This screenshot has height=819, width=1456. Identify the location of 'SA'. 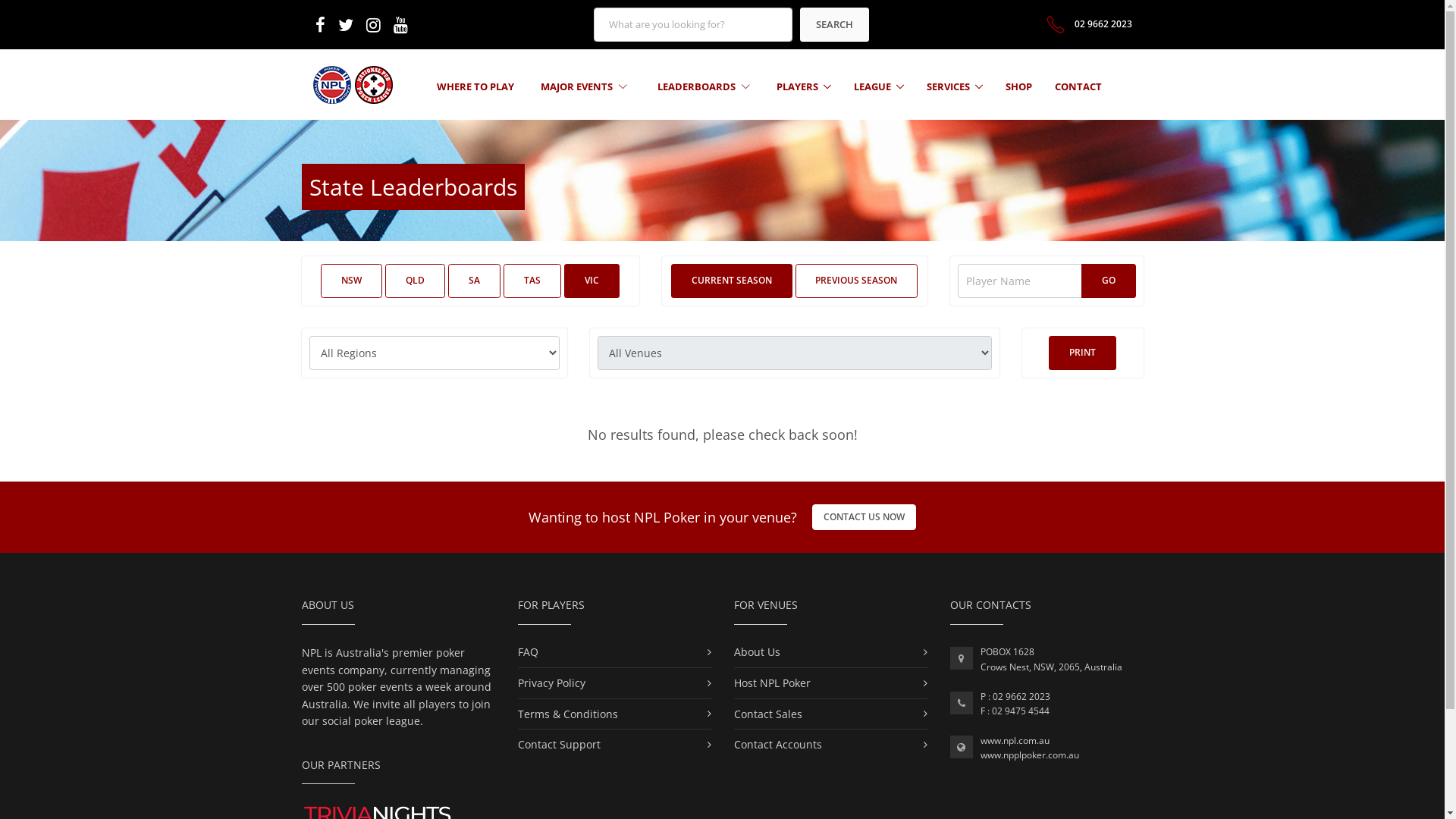
(473, 281).